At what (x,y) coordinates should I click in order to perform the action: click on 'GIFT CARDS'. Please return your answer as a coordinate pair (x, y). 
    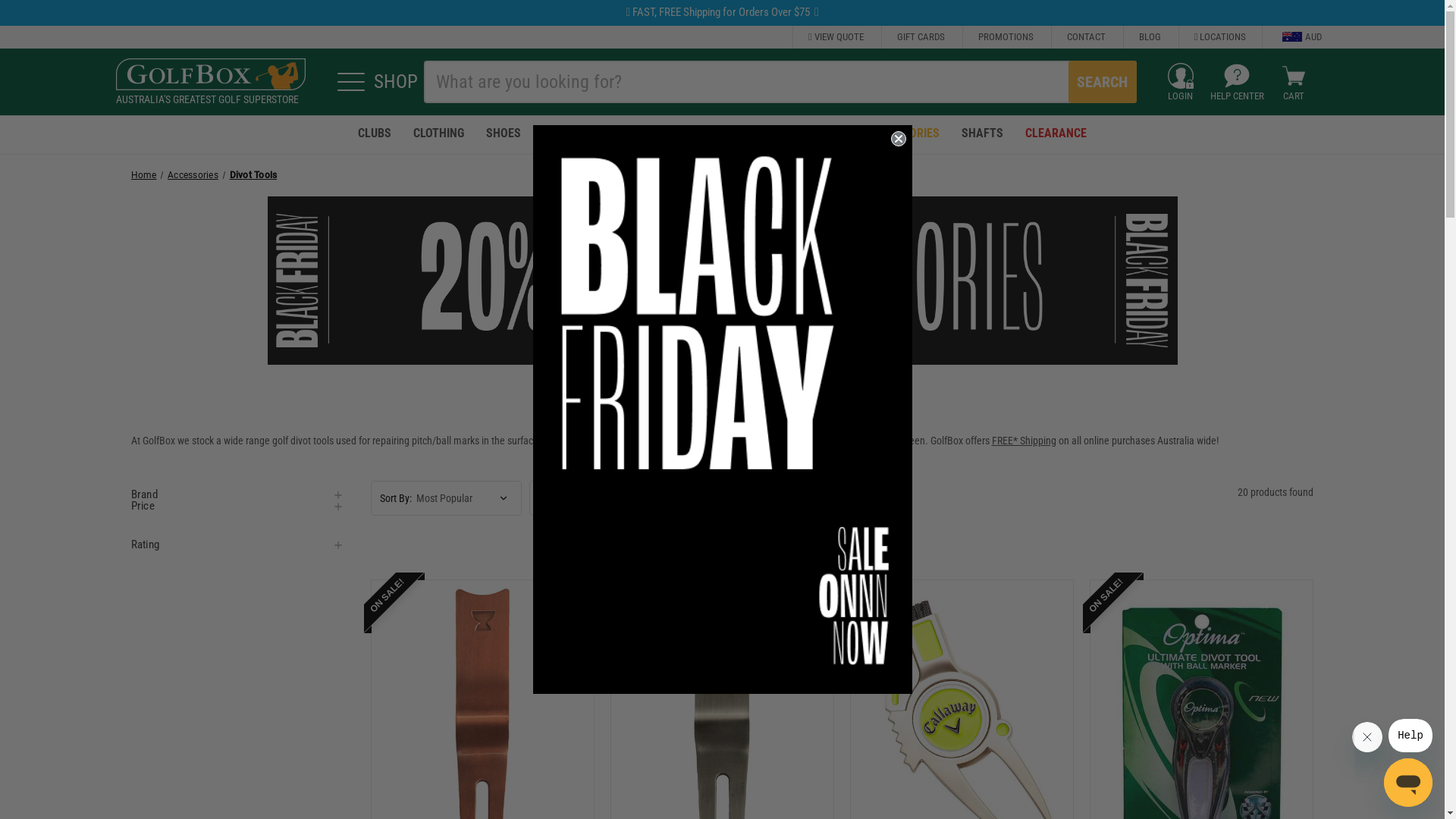
    Looking at the image, I should click on (881, 36).